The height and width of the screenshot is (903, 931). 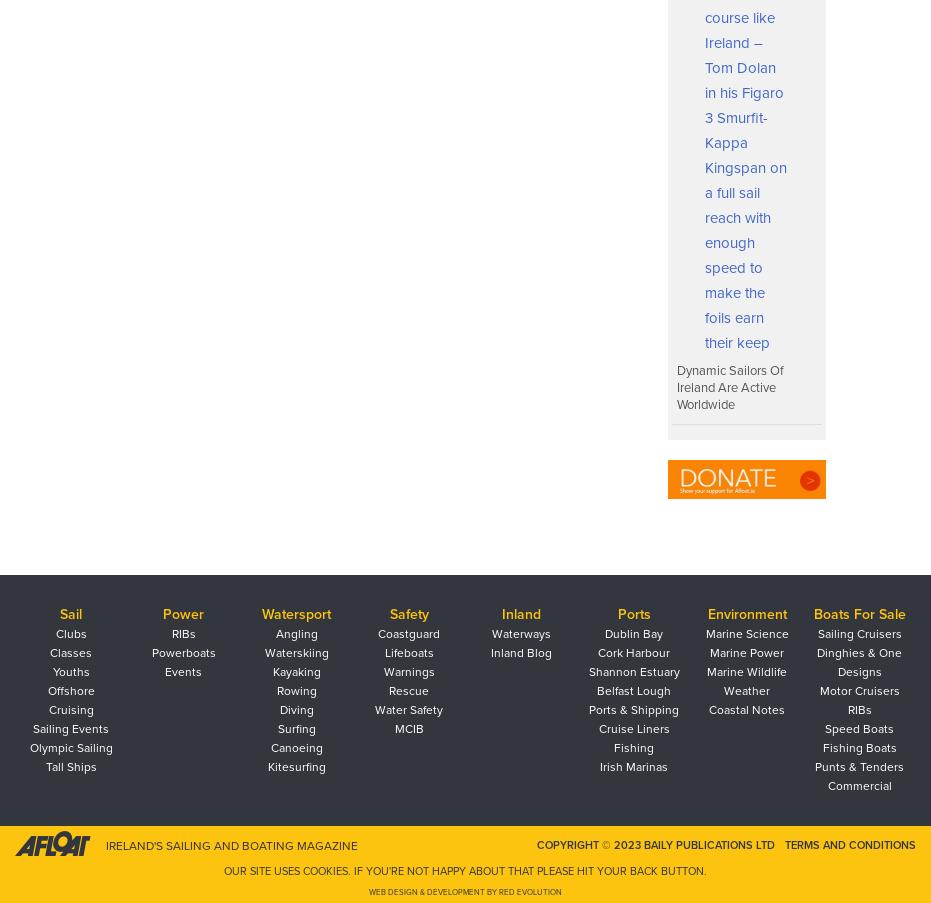 I want to click on 'What is the Performance Pathway?', so click(x=245, y=210).